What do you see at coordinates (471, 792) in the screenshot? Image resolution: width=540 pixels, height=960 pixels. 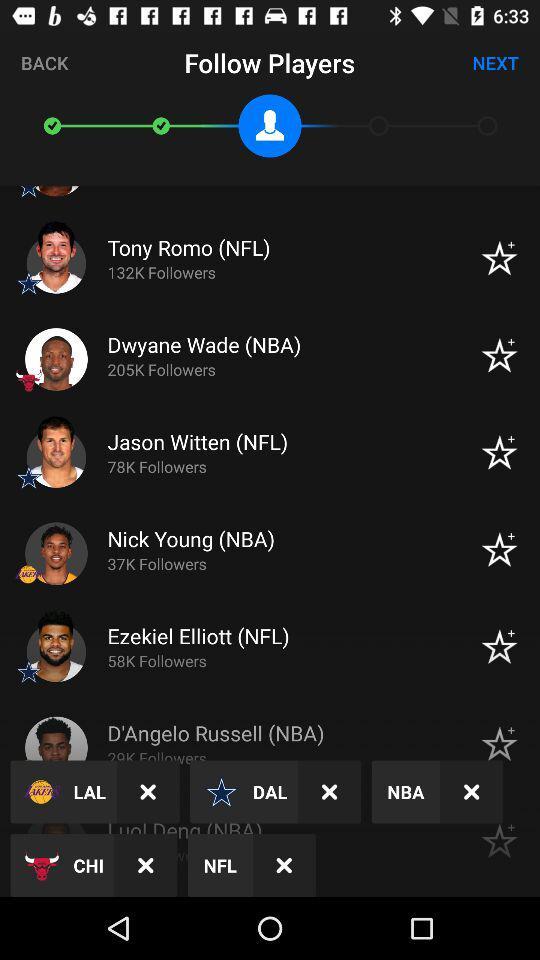 I see `the close icon` at bounding box center [471, 792].